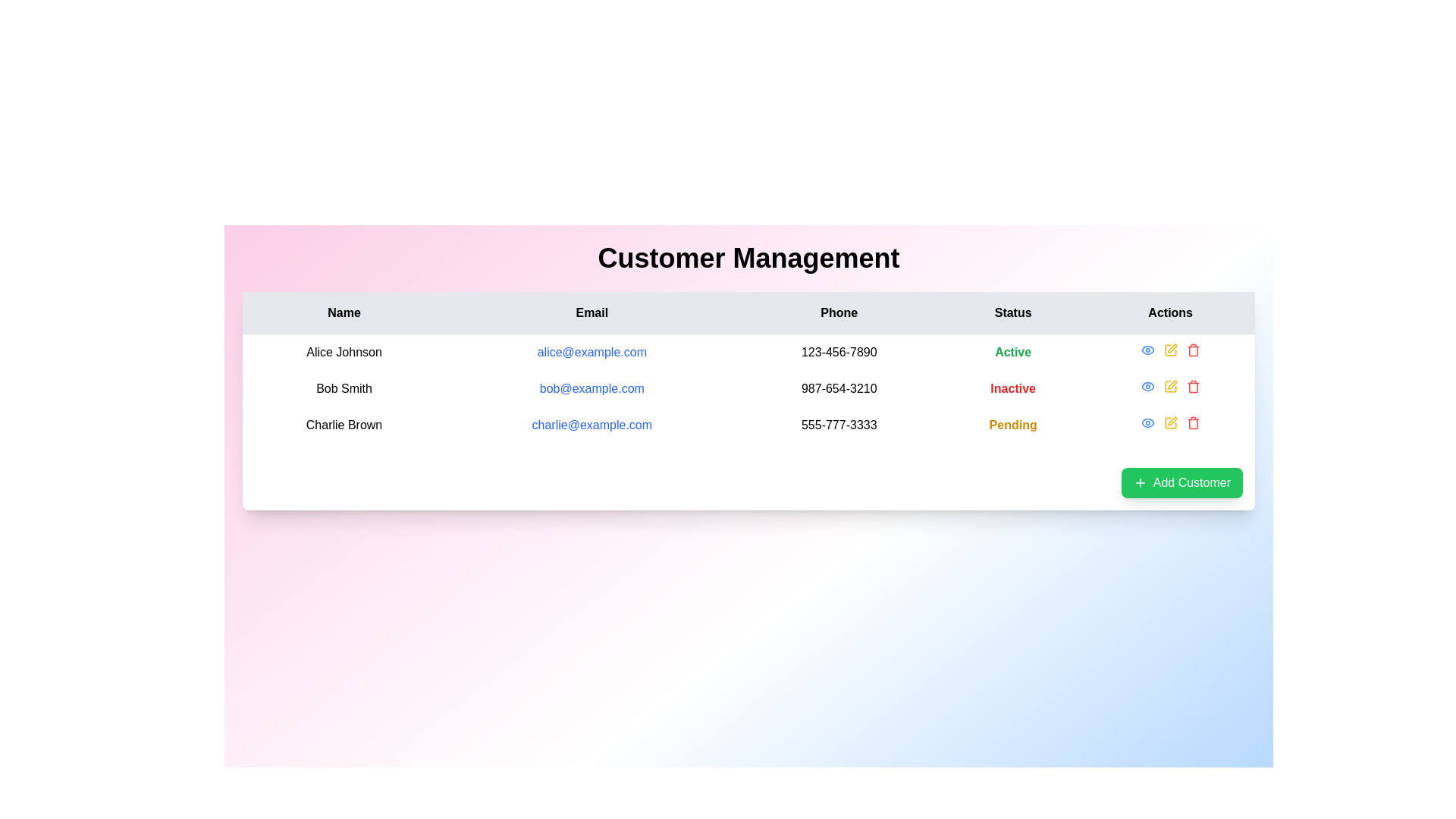 The image size is (1456, 819). Describe the element at coordinates (1181, 482) in the screenshot. I see `the 'Add New Customer' button located in the bottom-right corner of the section` at that location.